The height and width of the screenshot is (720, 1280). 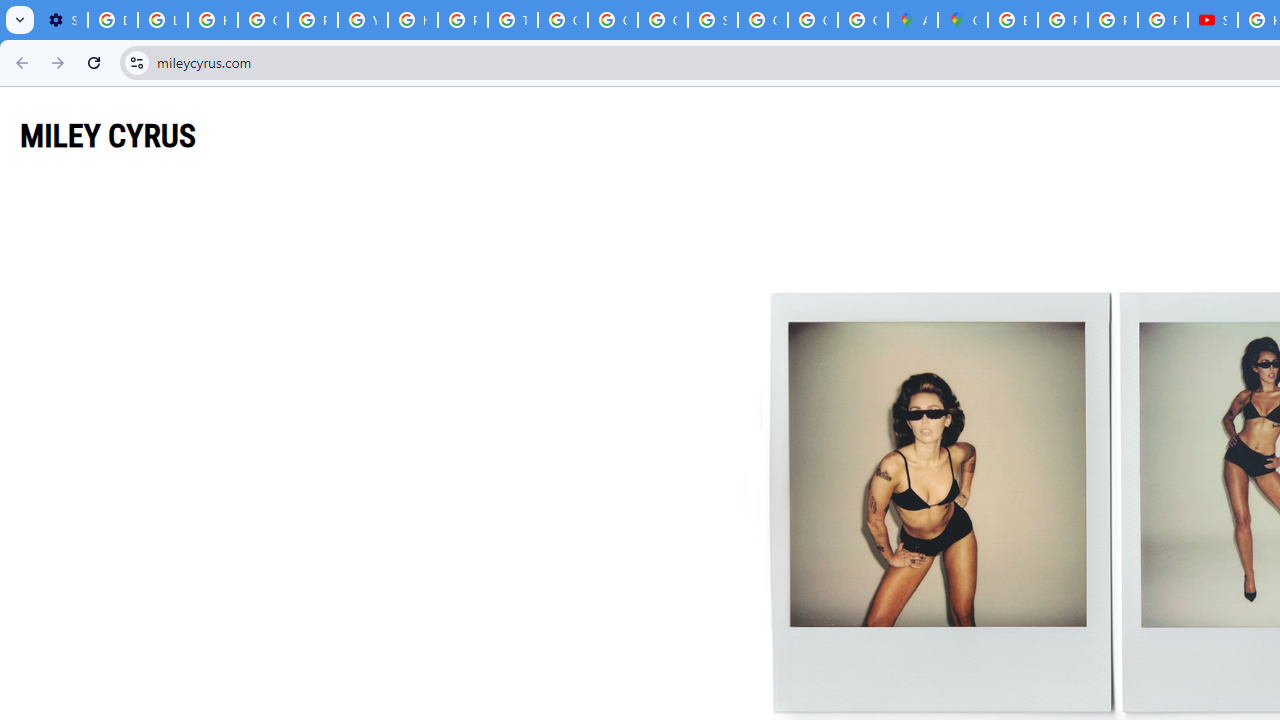 I want to click on 'MILEY CYRUS', so click(x=107, y=135).